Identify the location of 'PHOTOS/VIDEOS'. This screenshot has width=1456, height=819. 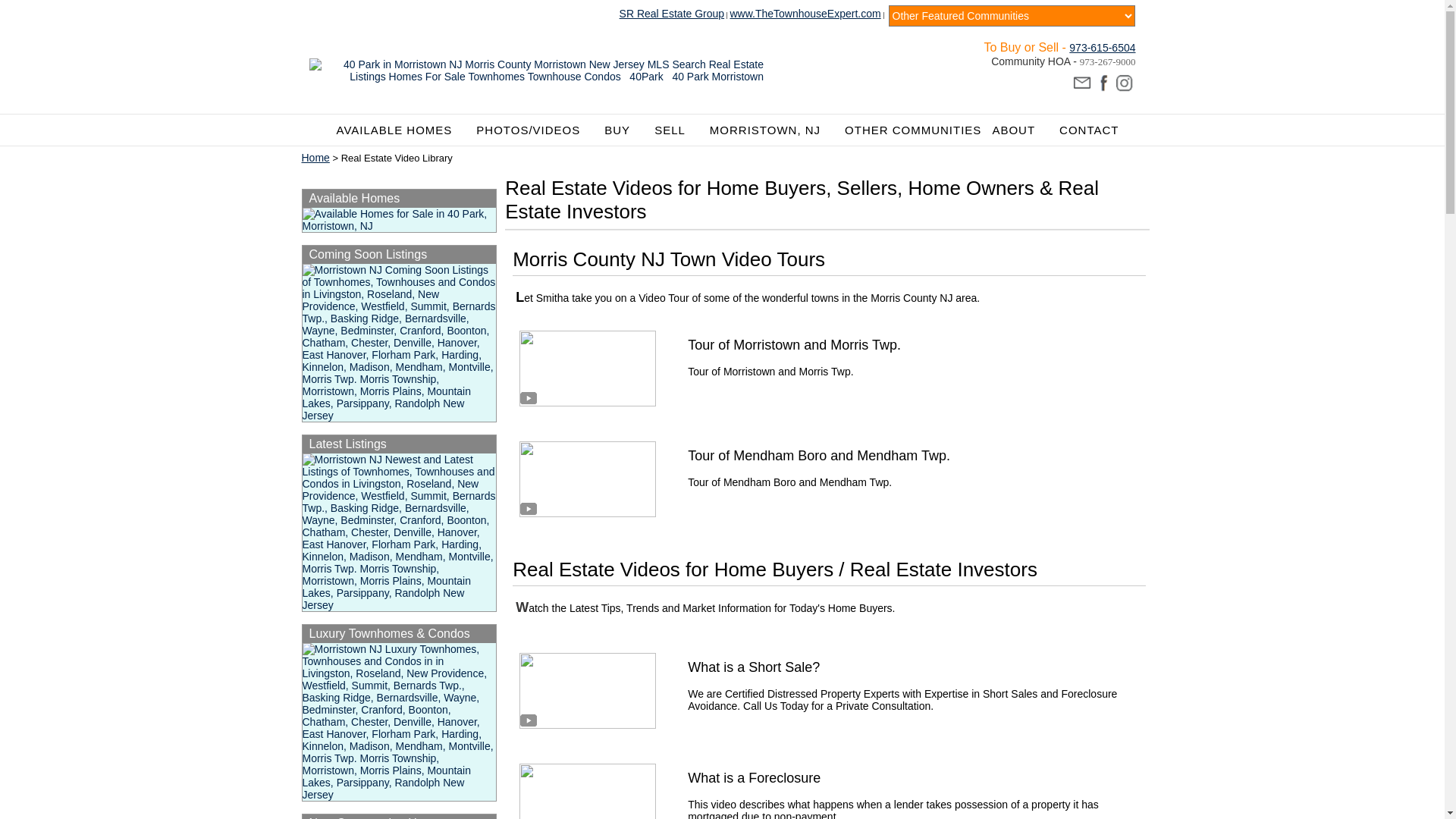
(535, 129).